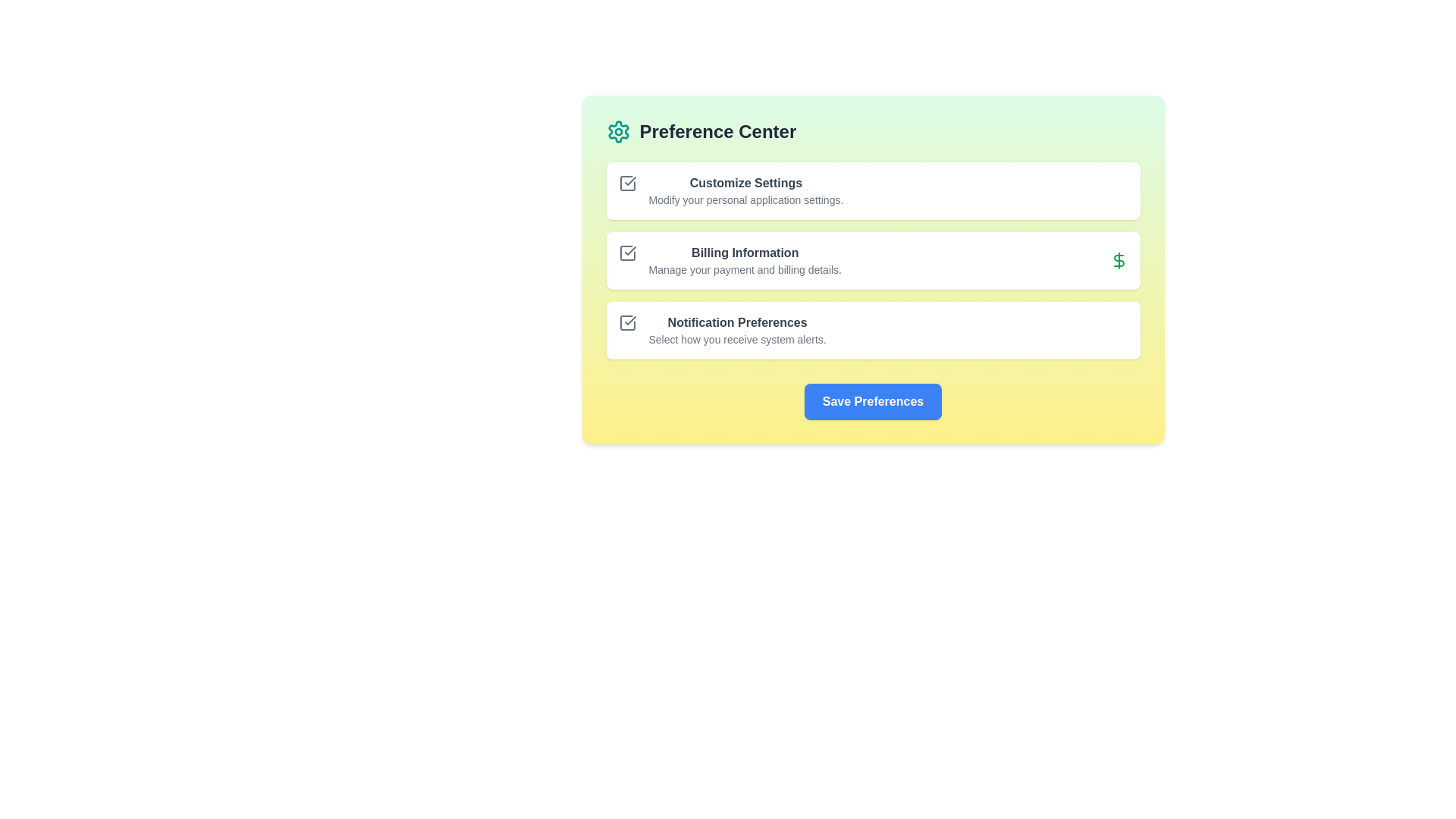 The height and width of the screenshot is (819, 1456). Describe the element at coordinates (873, 259) in the screenshot. I see `the second card in the vertical list that provides access to managing payment and billing details, located between the 'Customize Settings' and 'Notification Preferences' cards` at that location.